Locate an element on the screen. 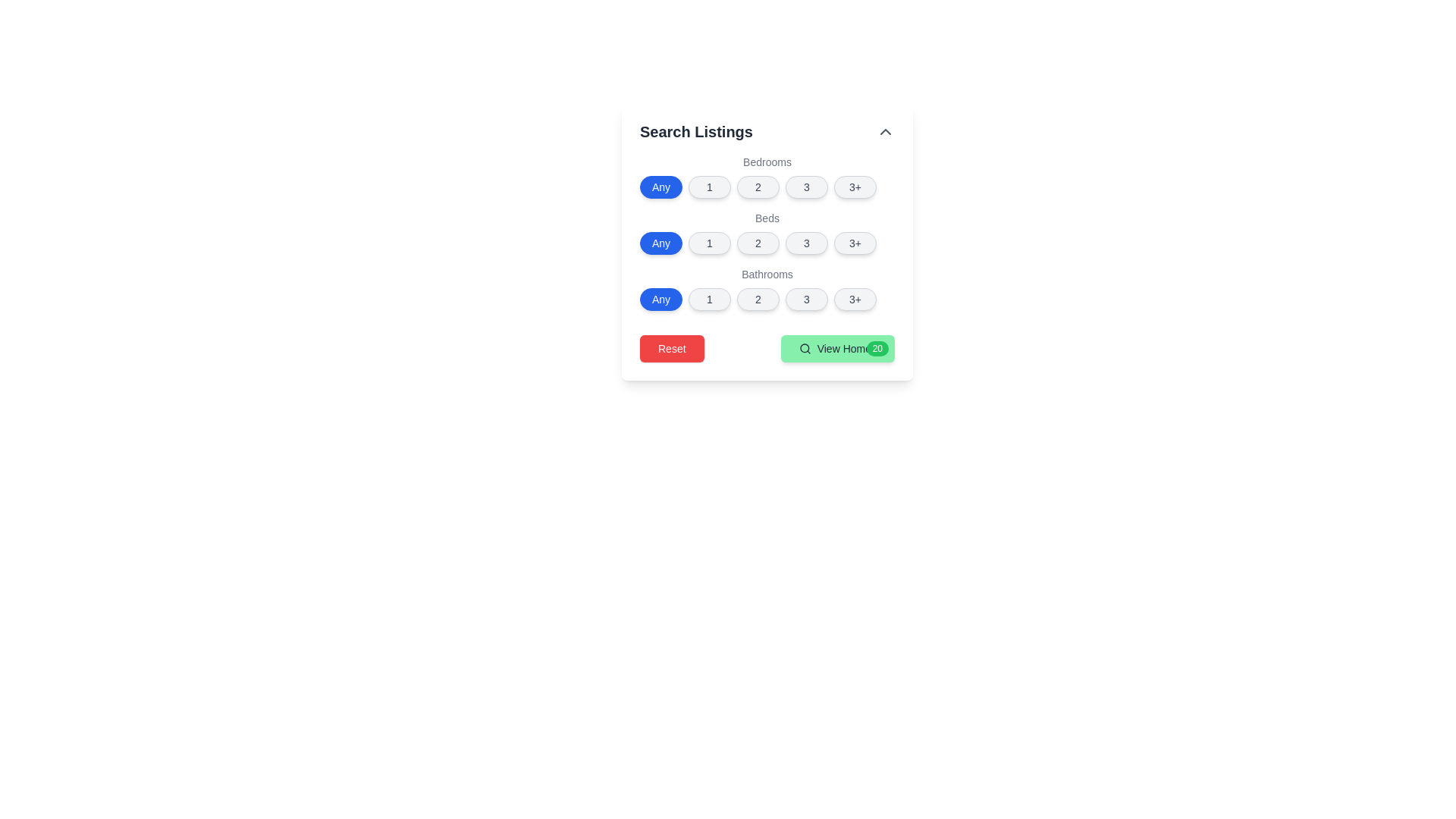 The image size is (1456, 819). the fourth button labeled '3 bedrooms' in the property search form is located at coordinates (806, 186).